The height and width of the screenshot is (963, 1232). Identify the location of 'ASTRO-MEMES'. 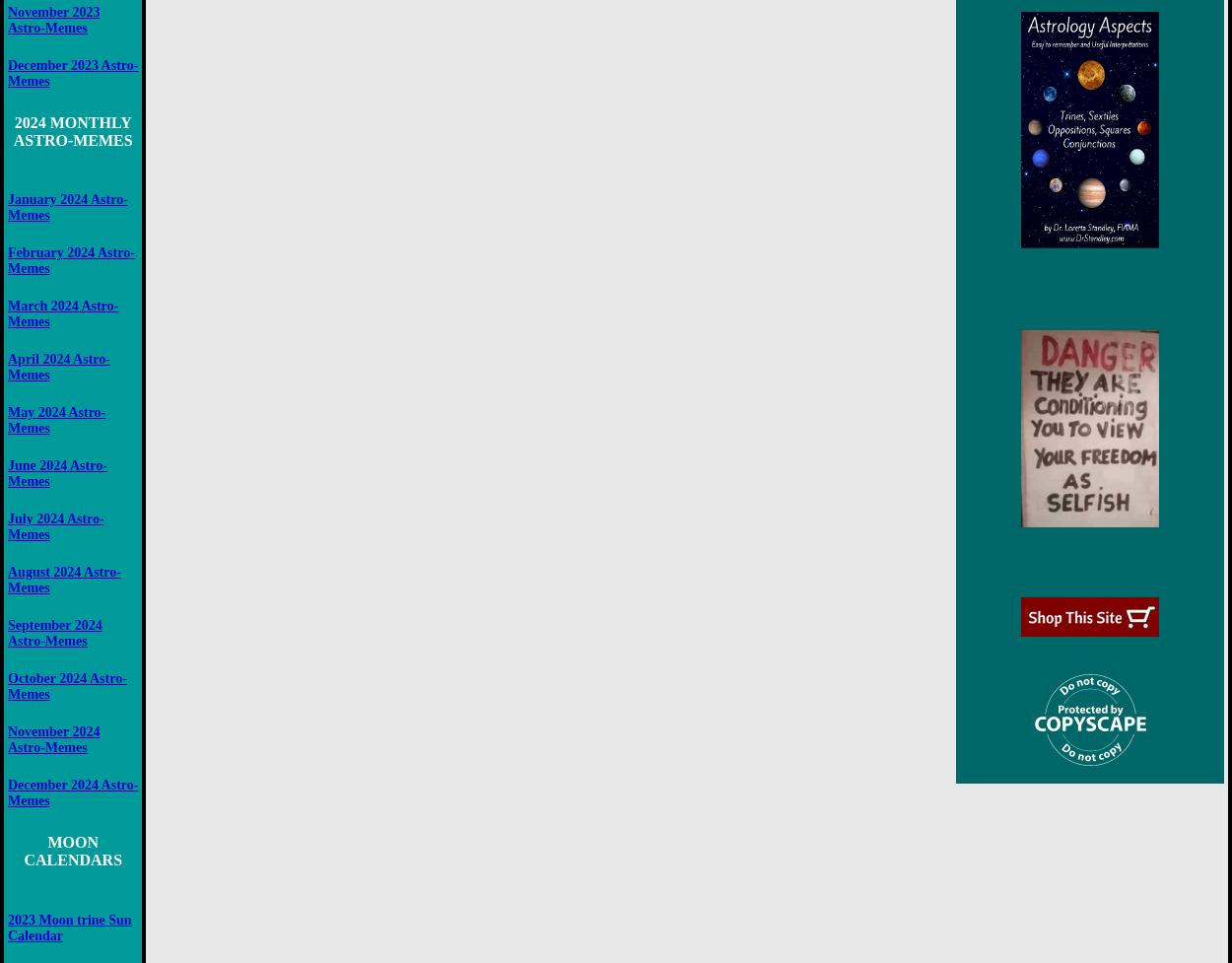
(71, 139).